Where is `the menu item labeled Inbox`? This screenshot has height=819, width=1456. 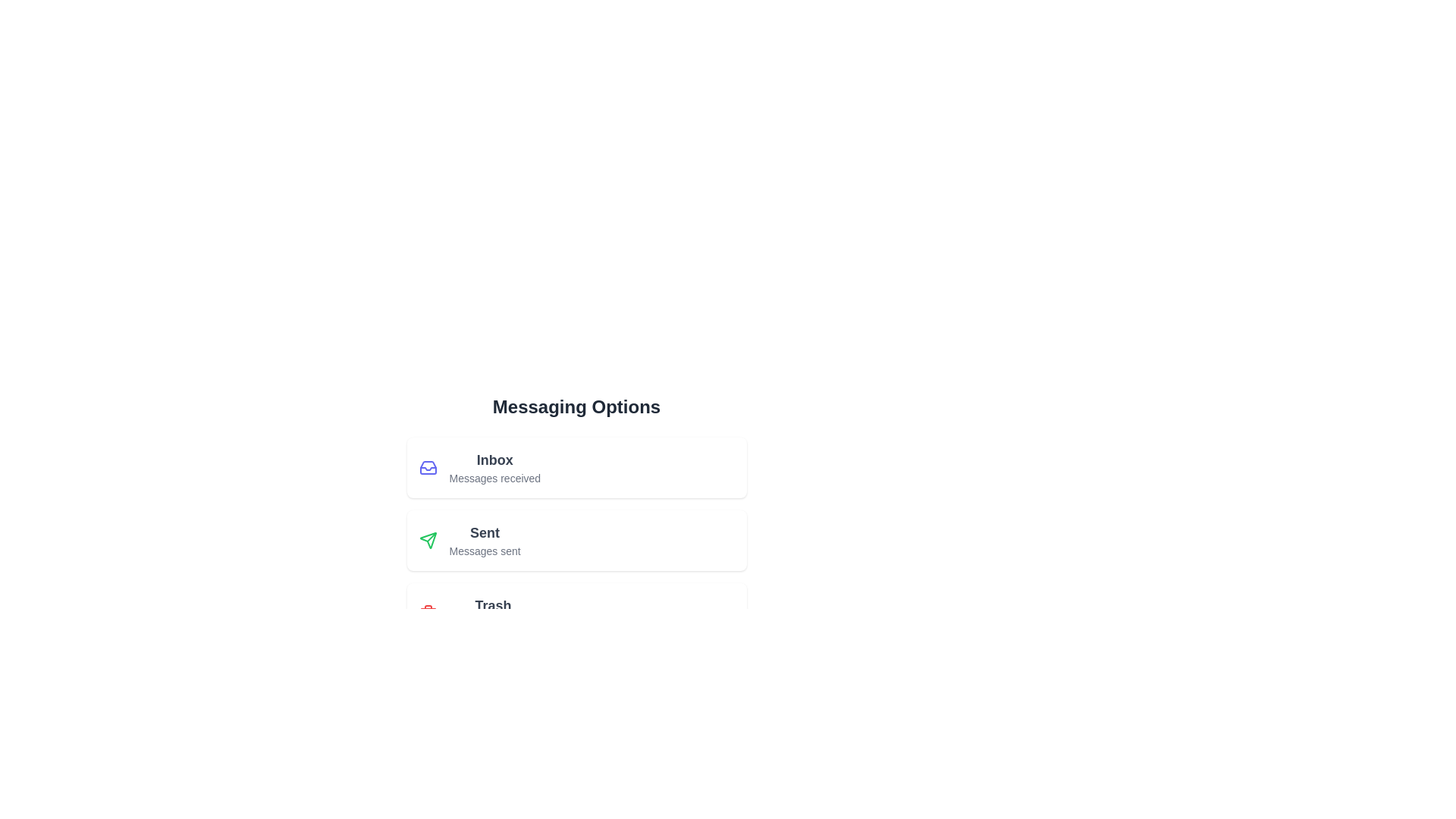 the menu item labeled Inbox is located at coordinates (576, 467).